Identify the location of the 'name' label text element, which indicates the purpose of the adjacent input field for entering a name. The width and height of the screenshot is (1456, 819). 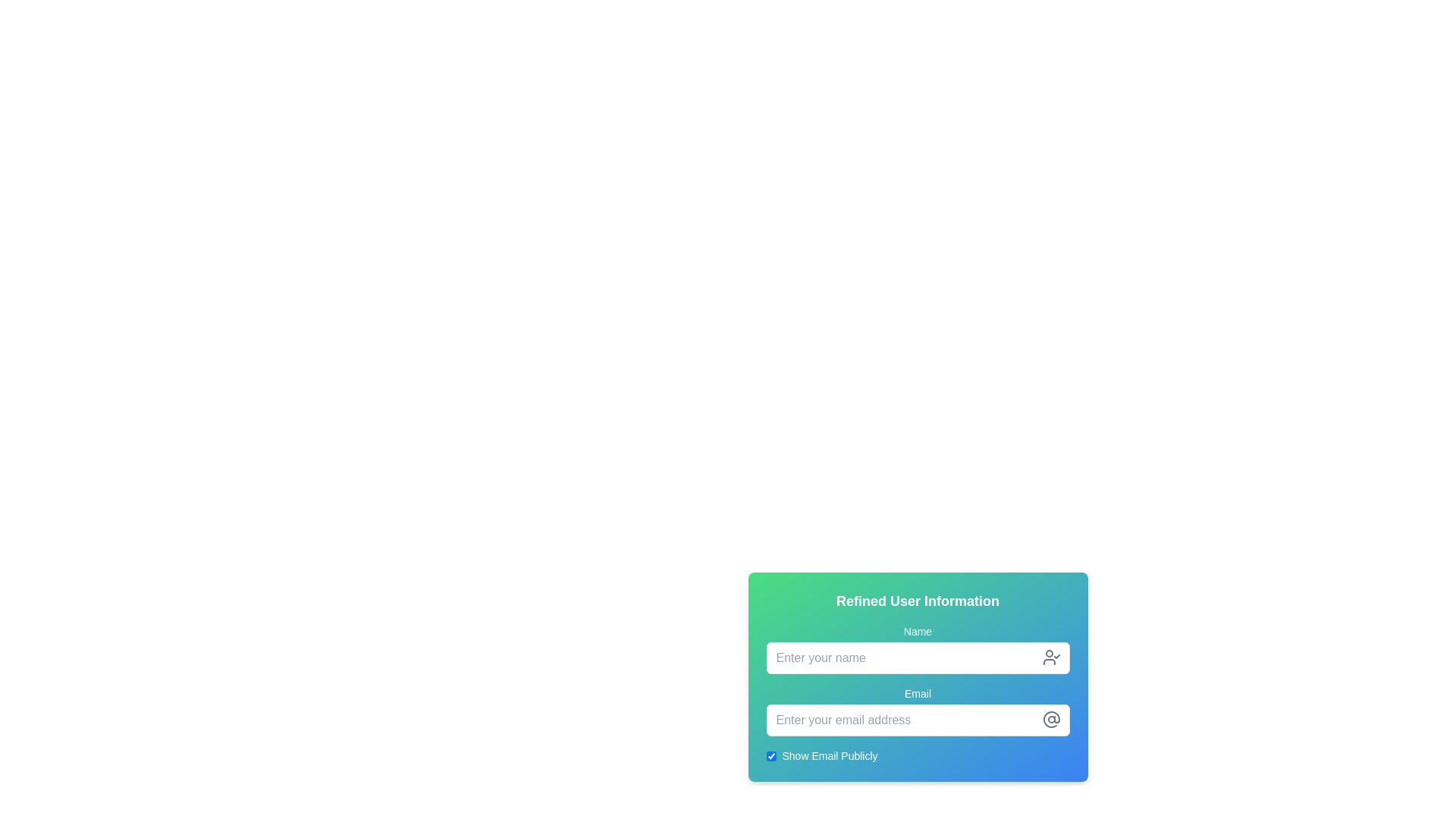
(917, 632).